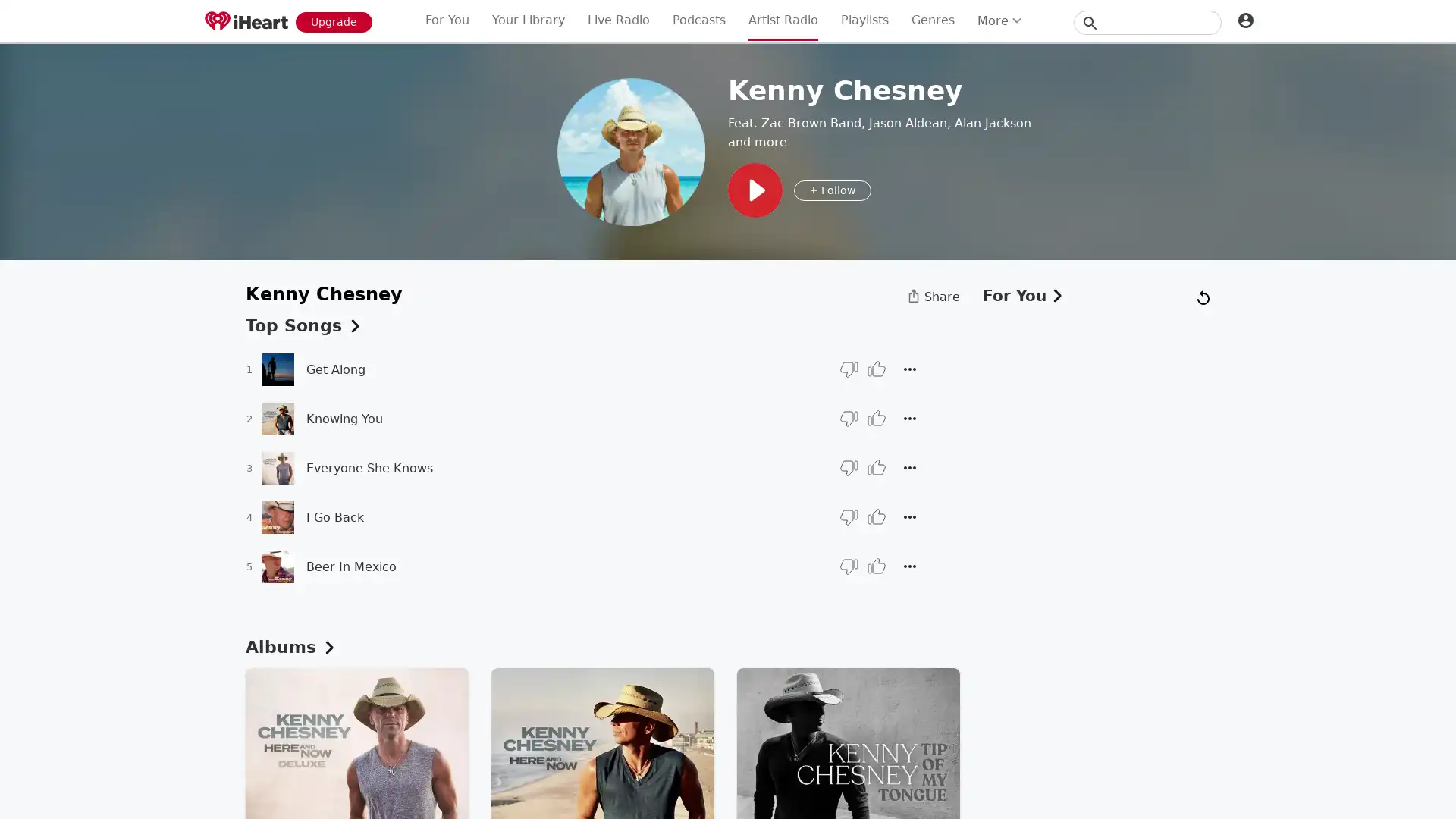 Image resolution: width=1456 pixels, height=819 pixels. Describe the element at coordinates (755, 189) in the screenshot. I see `Play Button` at that location.